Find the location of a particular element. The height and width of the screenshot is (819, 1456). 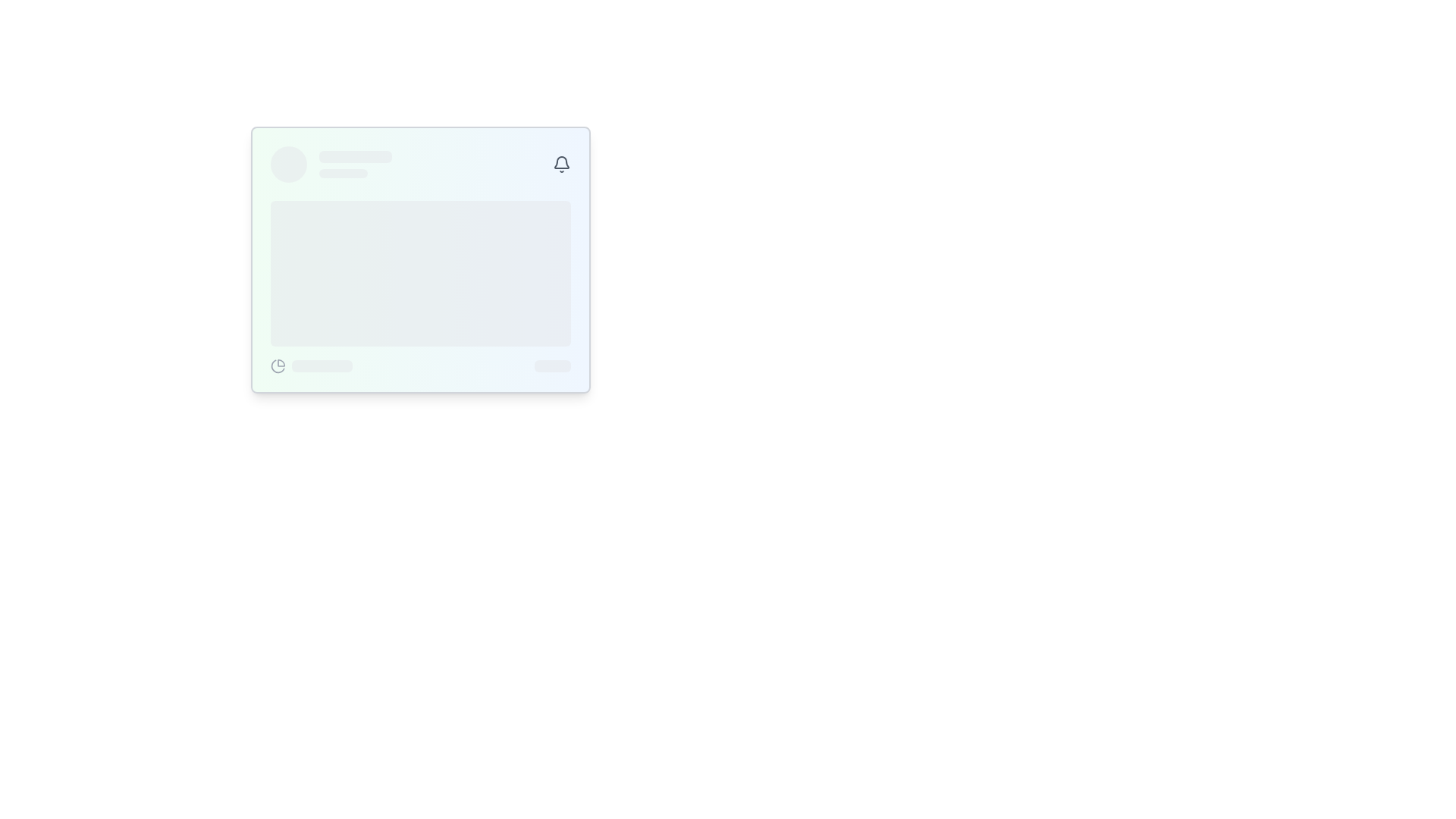

the bell icon in the top-right corner of the header to change its color is located at coordinates (560, 164).